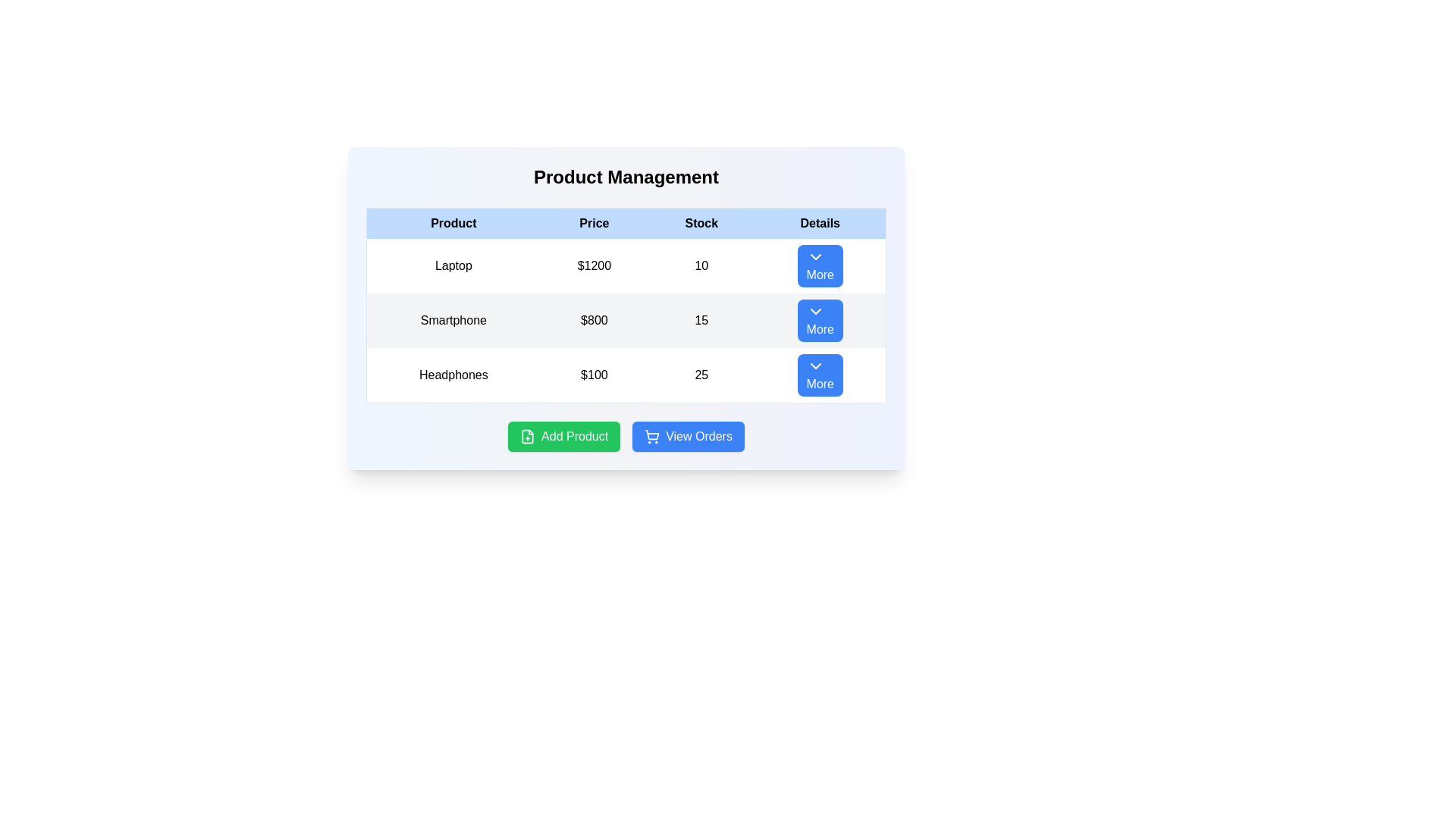 This screenshot has width=1456, height=819. What do you see at coordinates (626, 320) in the screenshot?
I see `the second row in the product table that contains the smartphone details including the name 'Smartphone', price '$800', stock quantity '15', and a button labeled 'More'` at bounding box center [626, 320].